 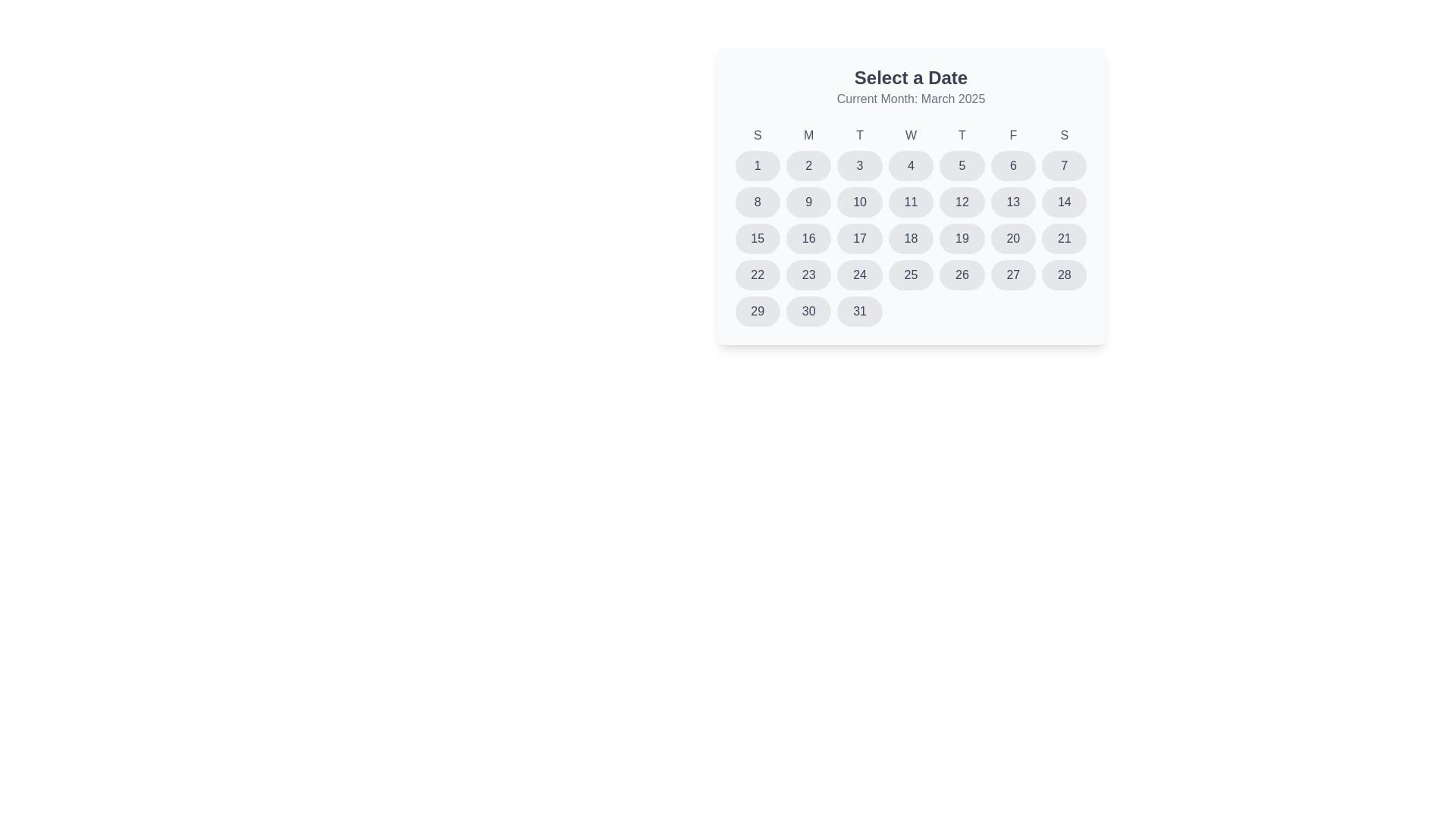 I want to click on the static text element representing 'Thursday' in the date picker, which is the fifth entry in the list of days of the week, so click(x=961, y=134).